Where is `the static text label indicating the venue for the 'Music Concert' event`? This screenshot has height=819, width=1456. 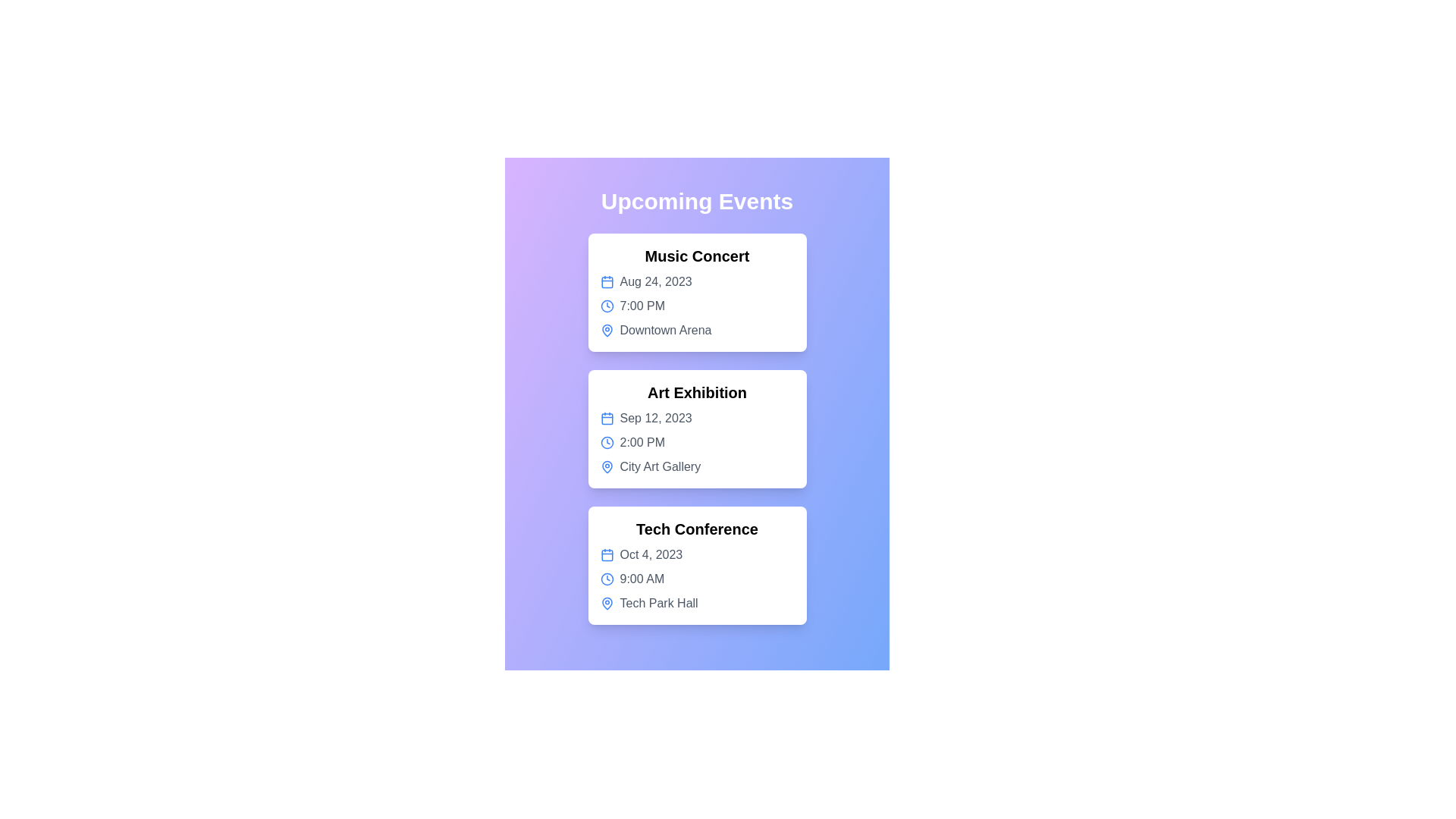 the static text label indicating the venue for the 'Music Concert' event is located at coordinates (696, 329).